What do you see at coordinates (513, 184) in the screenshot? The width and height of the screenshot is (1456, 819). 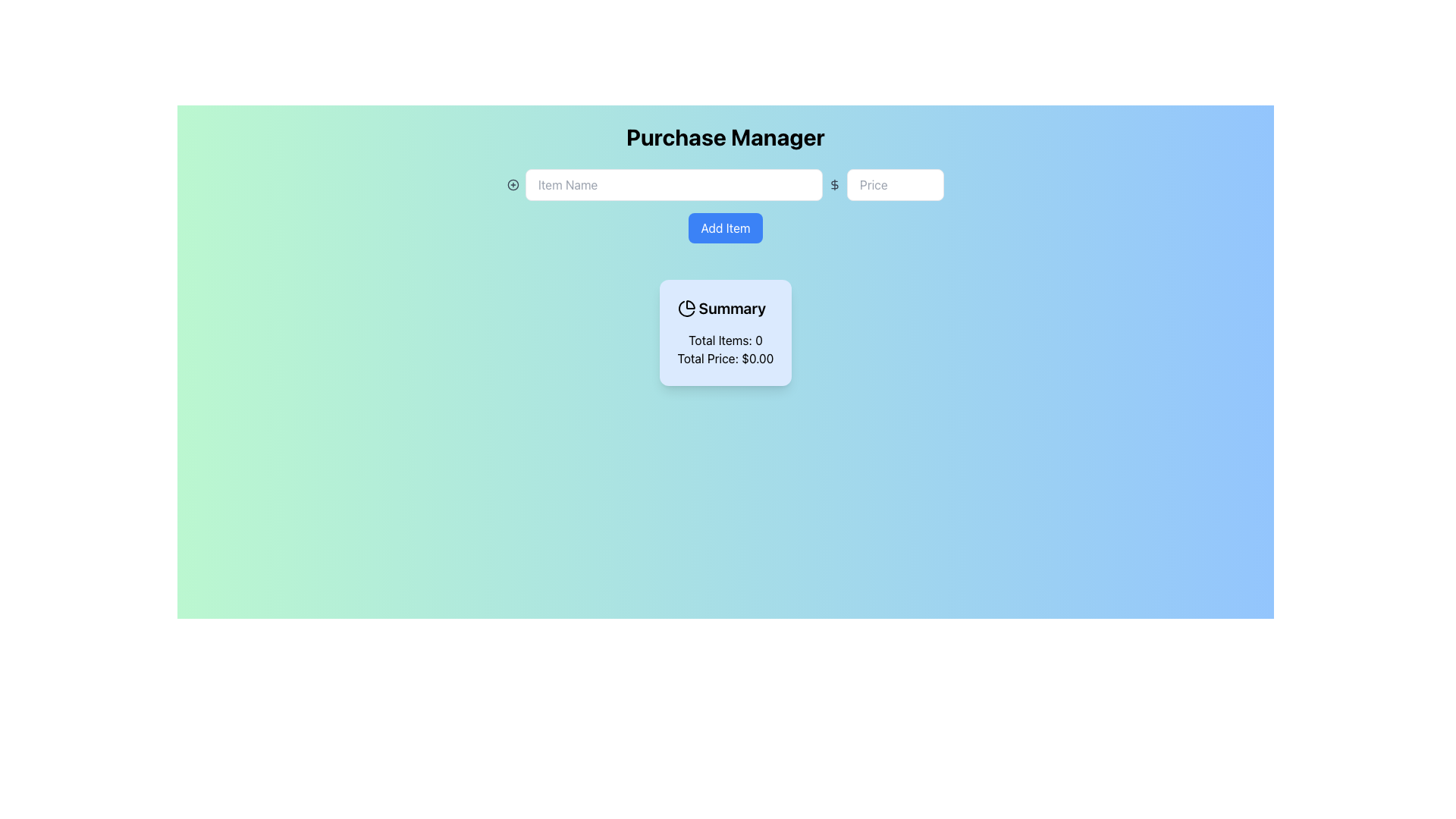 I see `the circular SVG icon with a gray border and a plus sign in the middle, located immediately to the left of the 'Item Name' text input field` at bounding box center [513, 184].